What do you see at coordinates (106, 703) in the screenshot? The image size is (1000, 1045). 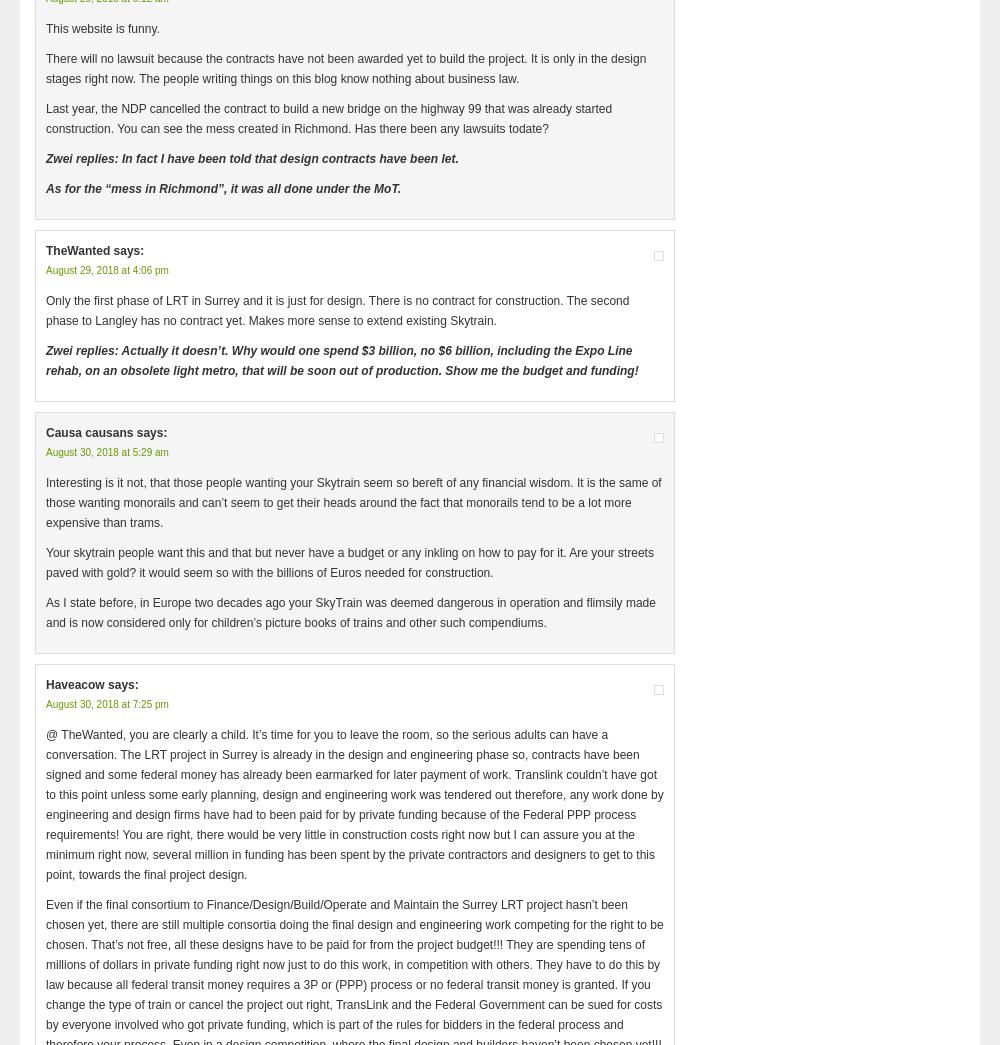 I see `'August 30, 2018 at 7:25 pm'` at bounding box center [106, 703].